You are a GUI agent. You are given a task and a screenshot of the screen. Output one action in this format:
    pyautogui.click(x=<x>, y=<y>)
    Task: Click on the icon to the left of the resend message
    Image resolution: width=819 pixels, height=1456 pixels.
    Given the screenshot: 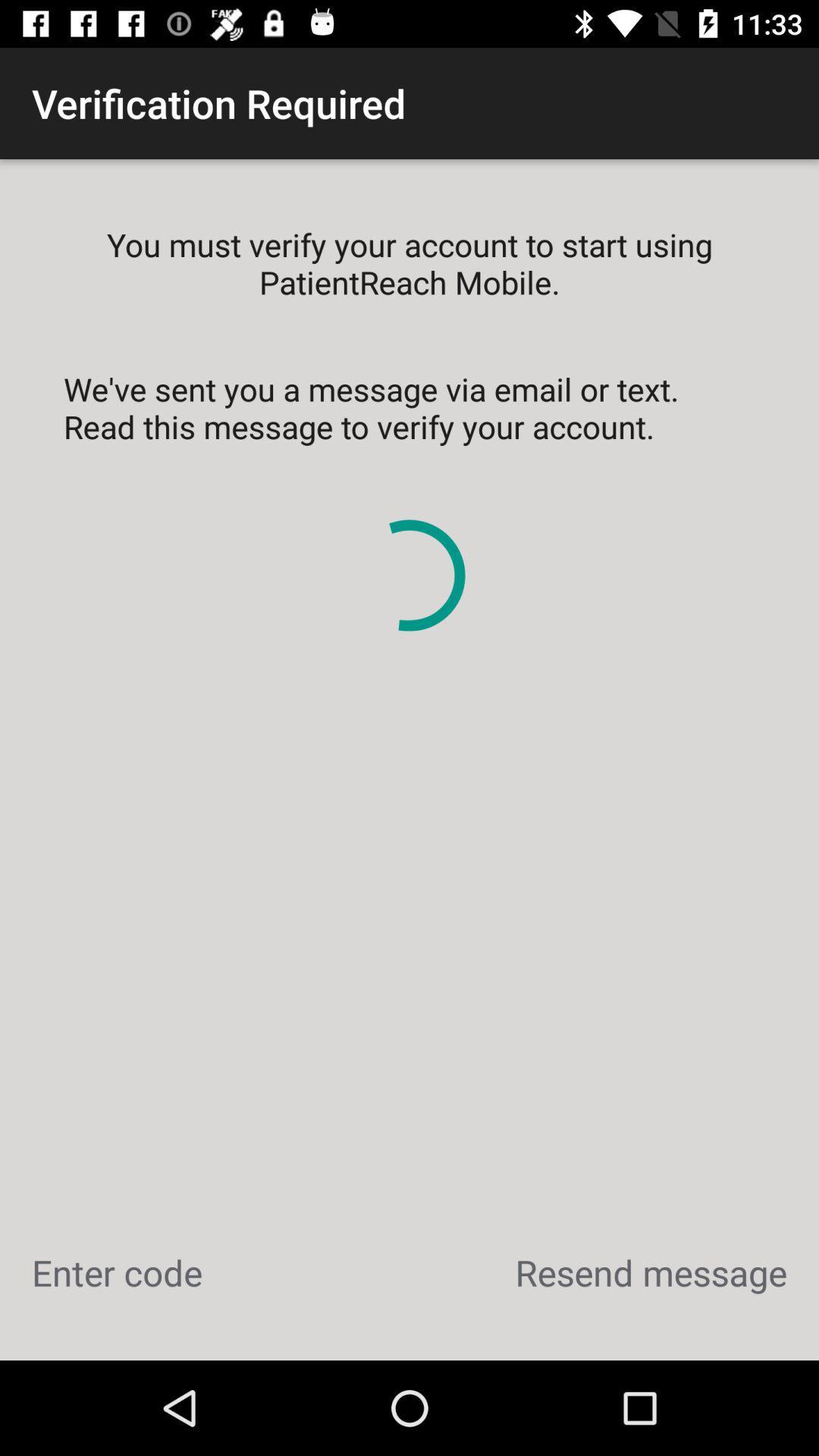 What is the action you would take?
    pyautogui.click(x=116, y=1272)
    